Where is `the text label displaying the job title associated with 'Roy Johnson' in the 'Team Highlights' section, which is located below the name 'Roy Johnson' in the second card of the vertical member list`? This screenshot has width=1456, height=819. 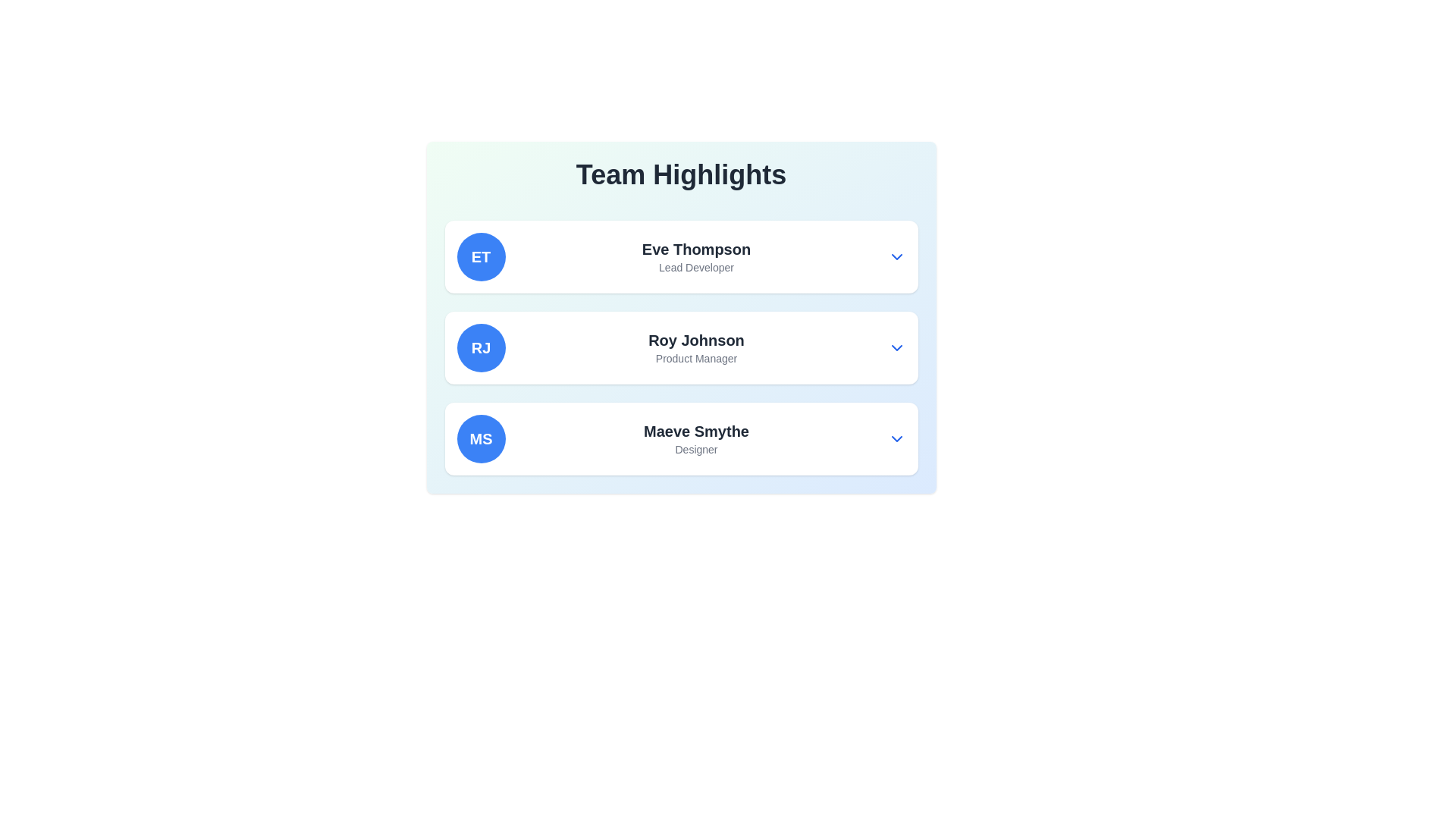
the text label displaying the job title associated with 'Roy Johnson' in the 'Team Highlights' section, which is located below the name 'Roy Johnson' in the second card of the vertical member list is located at coordinates (695, 359).